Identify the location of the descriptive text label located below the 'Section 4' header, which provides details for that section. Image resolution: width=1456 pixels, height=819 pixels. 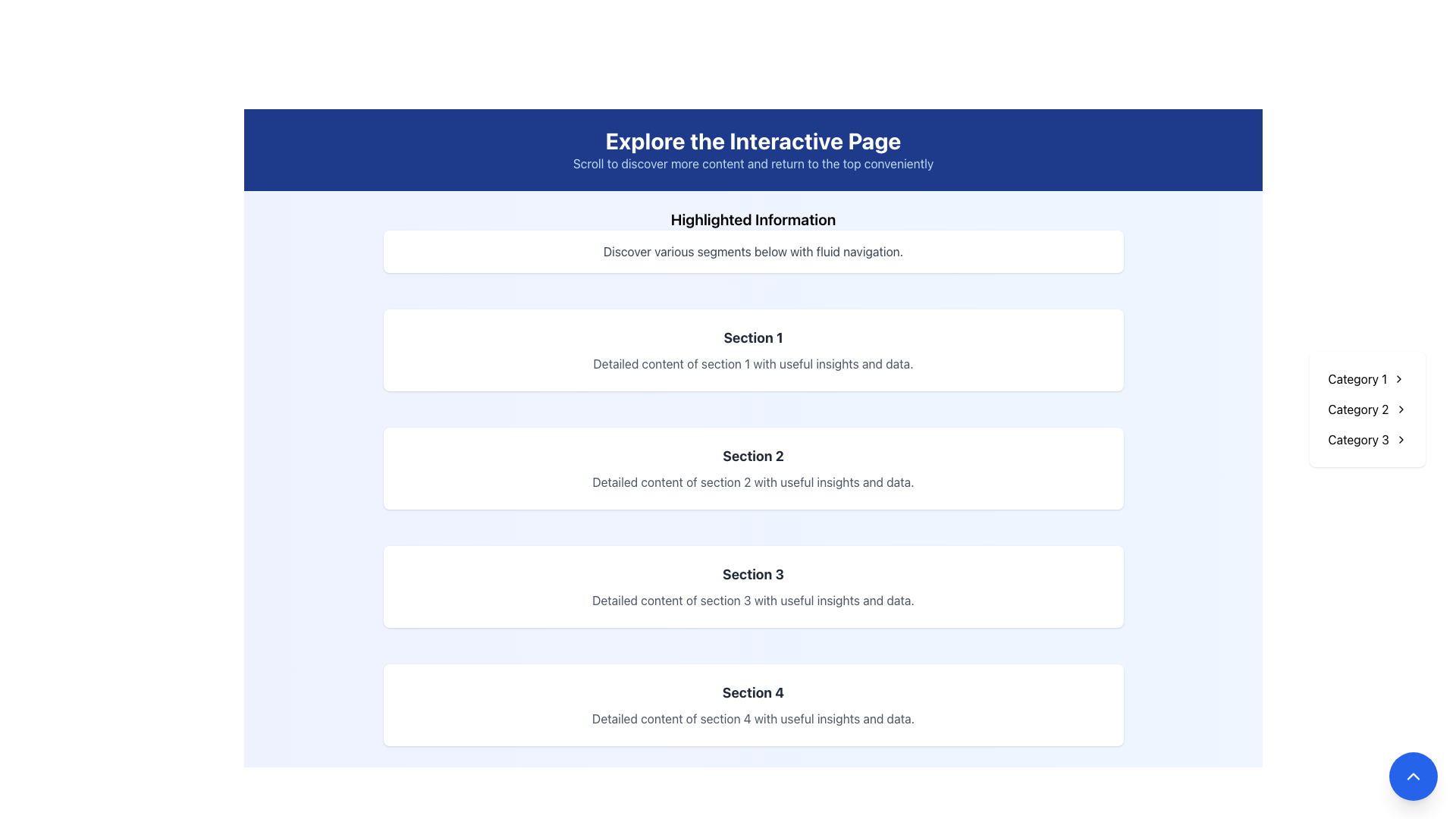
(753, 718).